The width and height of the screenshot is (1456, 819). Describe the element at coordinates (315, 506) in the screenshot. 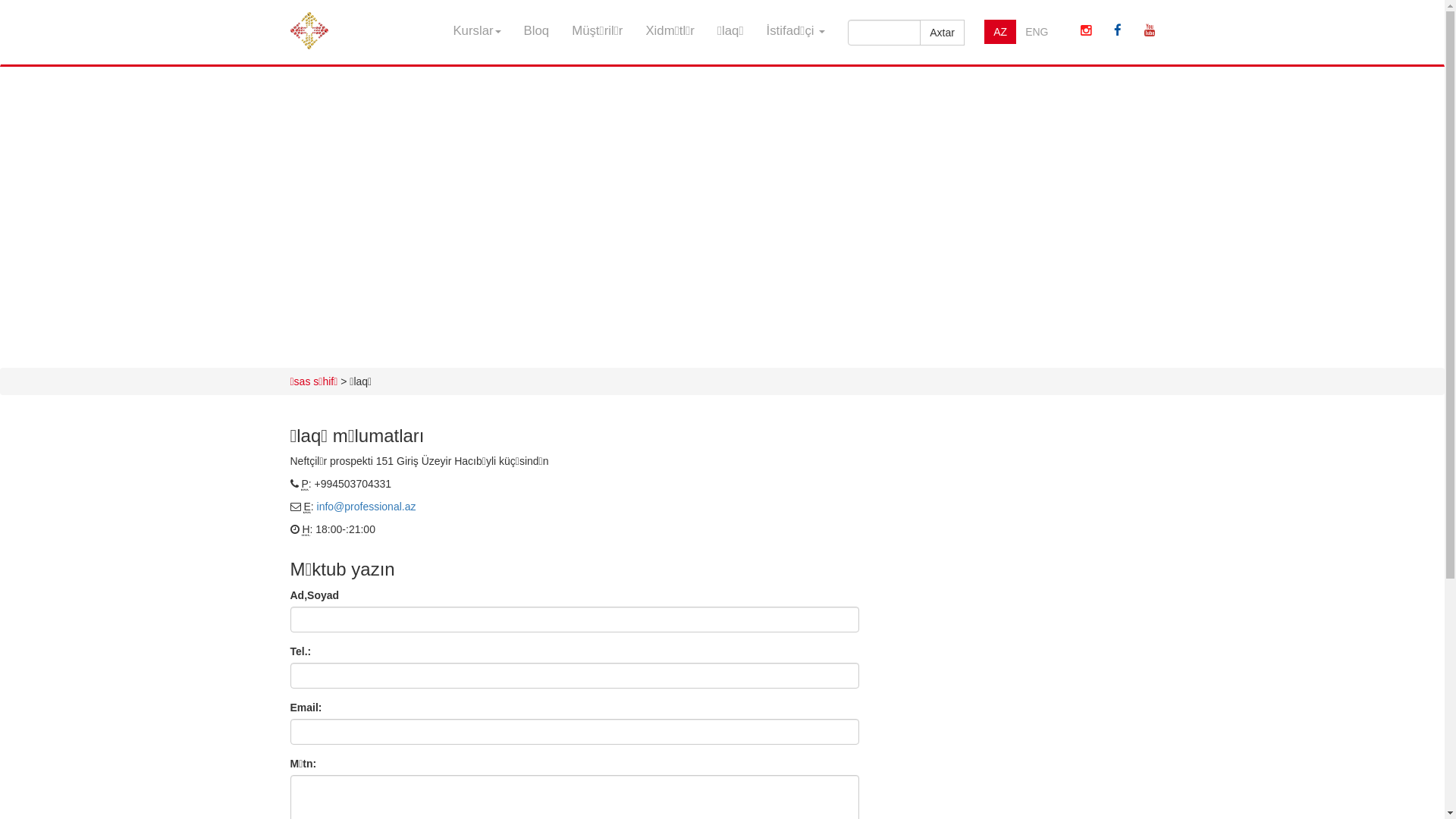

I see `'info@professional.az'` at that location.